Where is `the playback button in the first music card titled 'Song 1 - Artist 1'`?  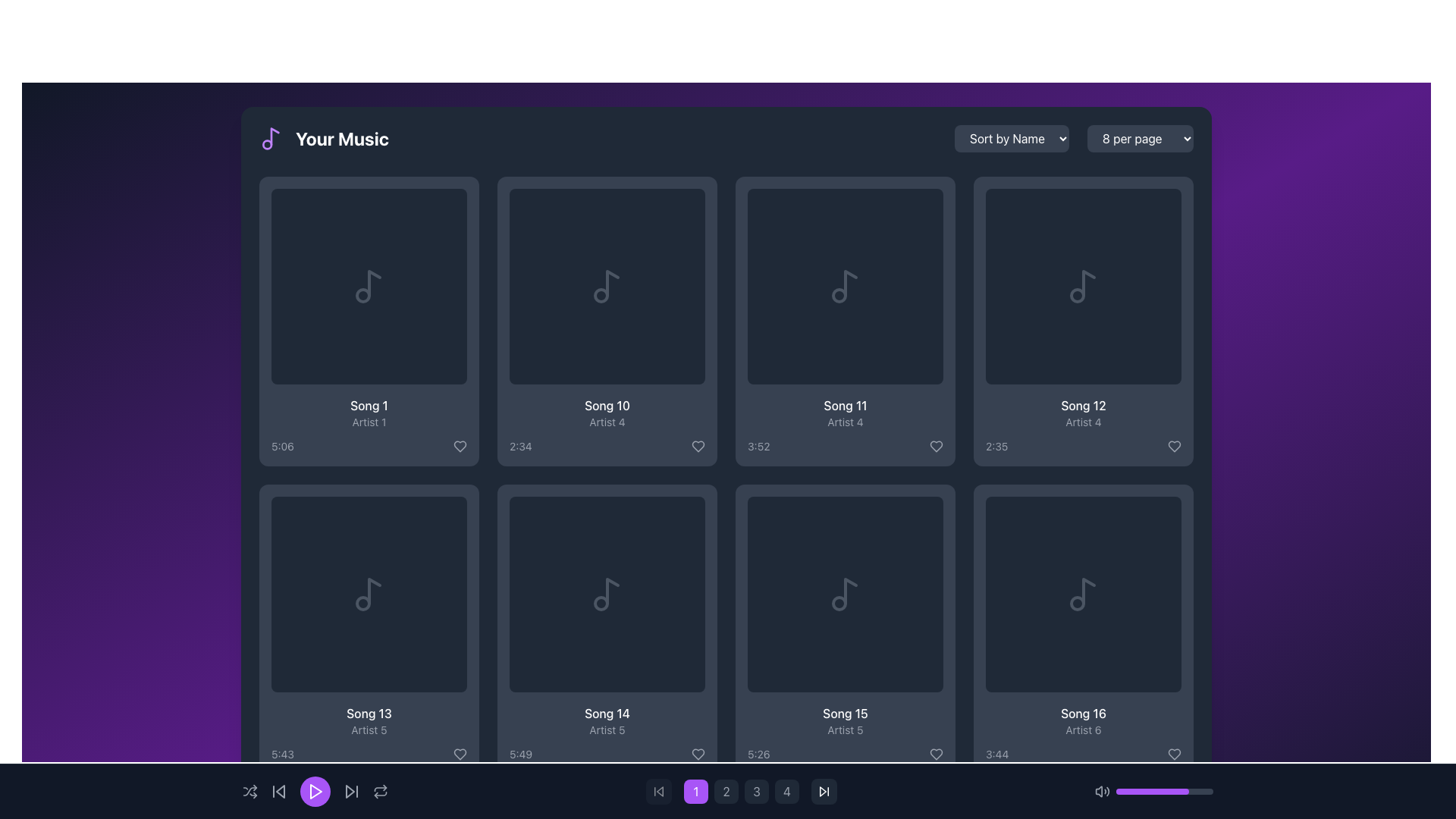
the playback button in the first music card titled 'Song 1 - Artist 1' is located at coordinates (369, 287).